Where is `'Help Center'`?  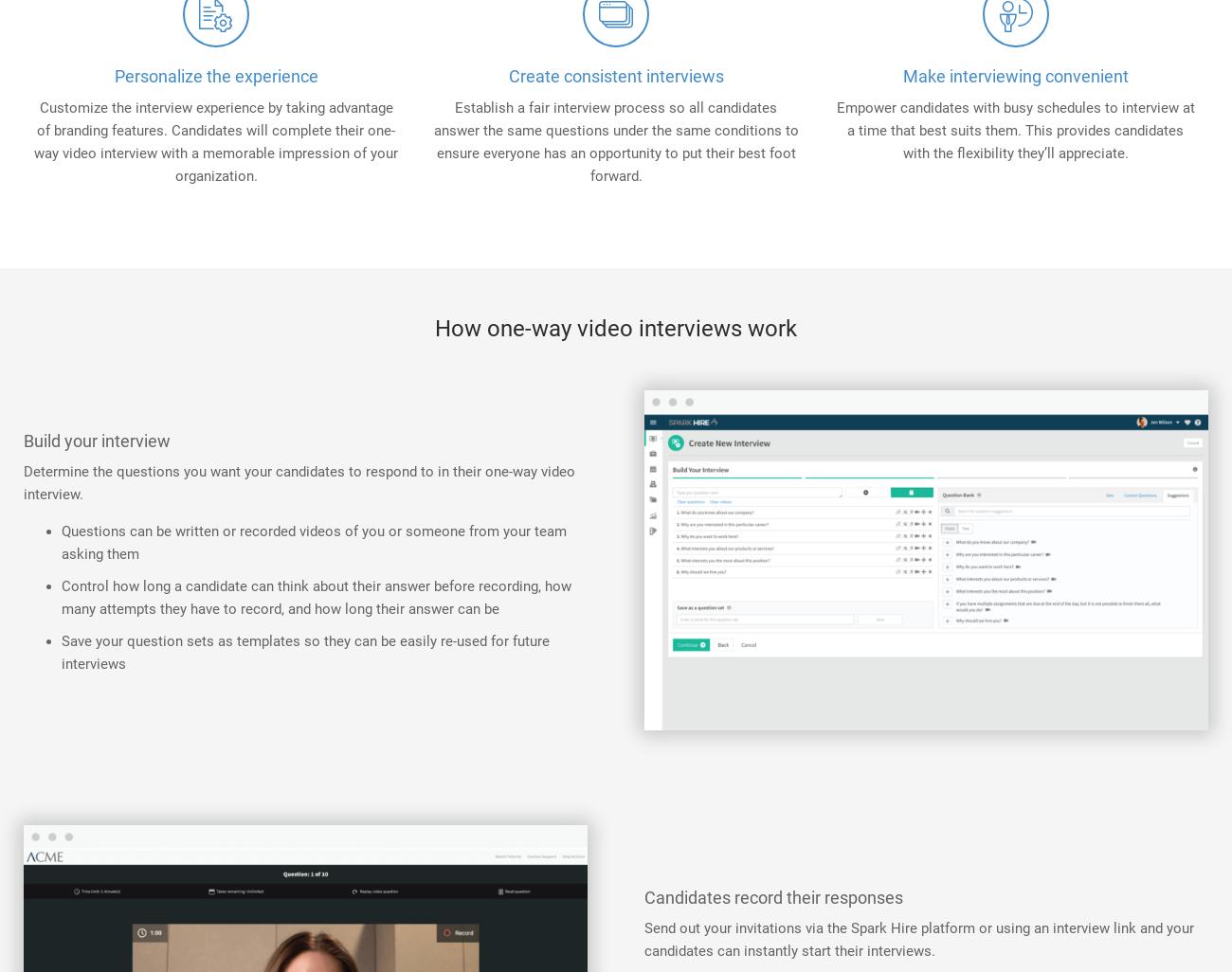 'Help Center' is located at coordinates (809, 177).